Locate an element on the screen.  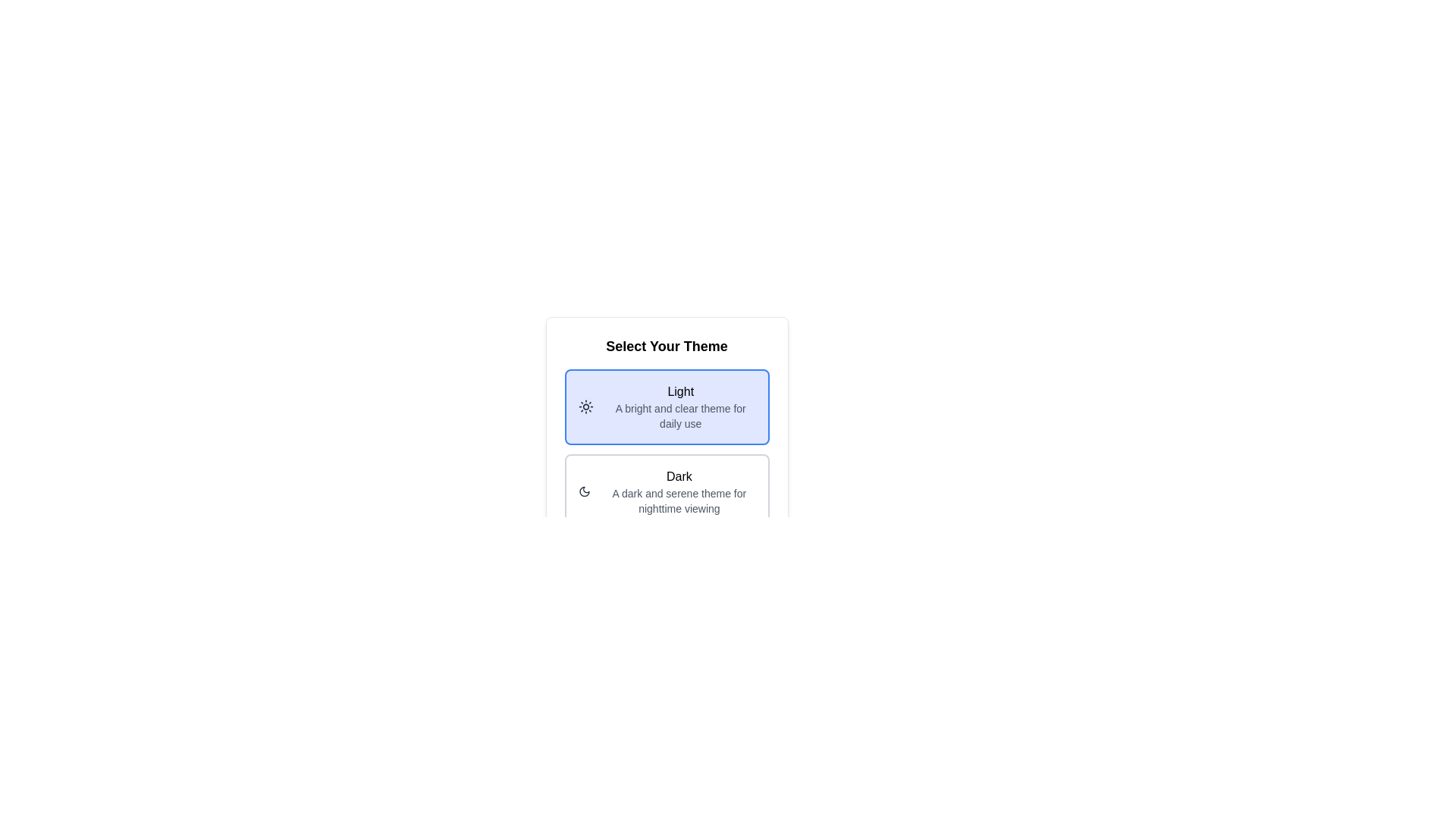
displayed text of the 'Dark' theme option located in the lower section of the themed selection card interface, which provides details about nighttime viewing is located at coordinates (678, 491).